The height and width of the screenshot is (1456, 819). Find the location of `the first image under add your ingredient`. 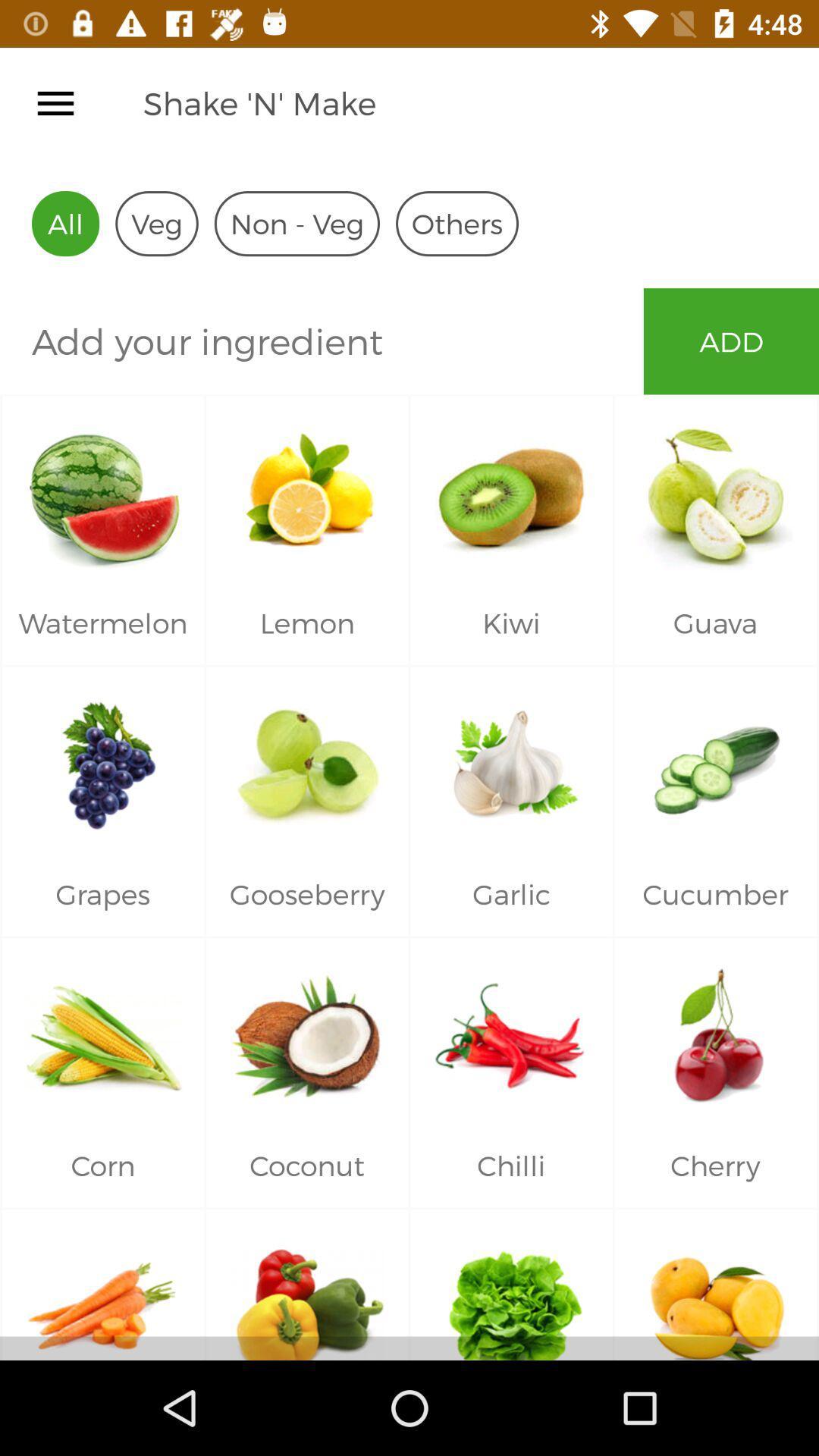

the first image under add your ingredient is located at coordinates (102, 488).